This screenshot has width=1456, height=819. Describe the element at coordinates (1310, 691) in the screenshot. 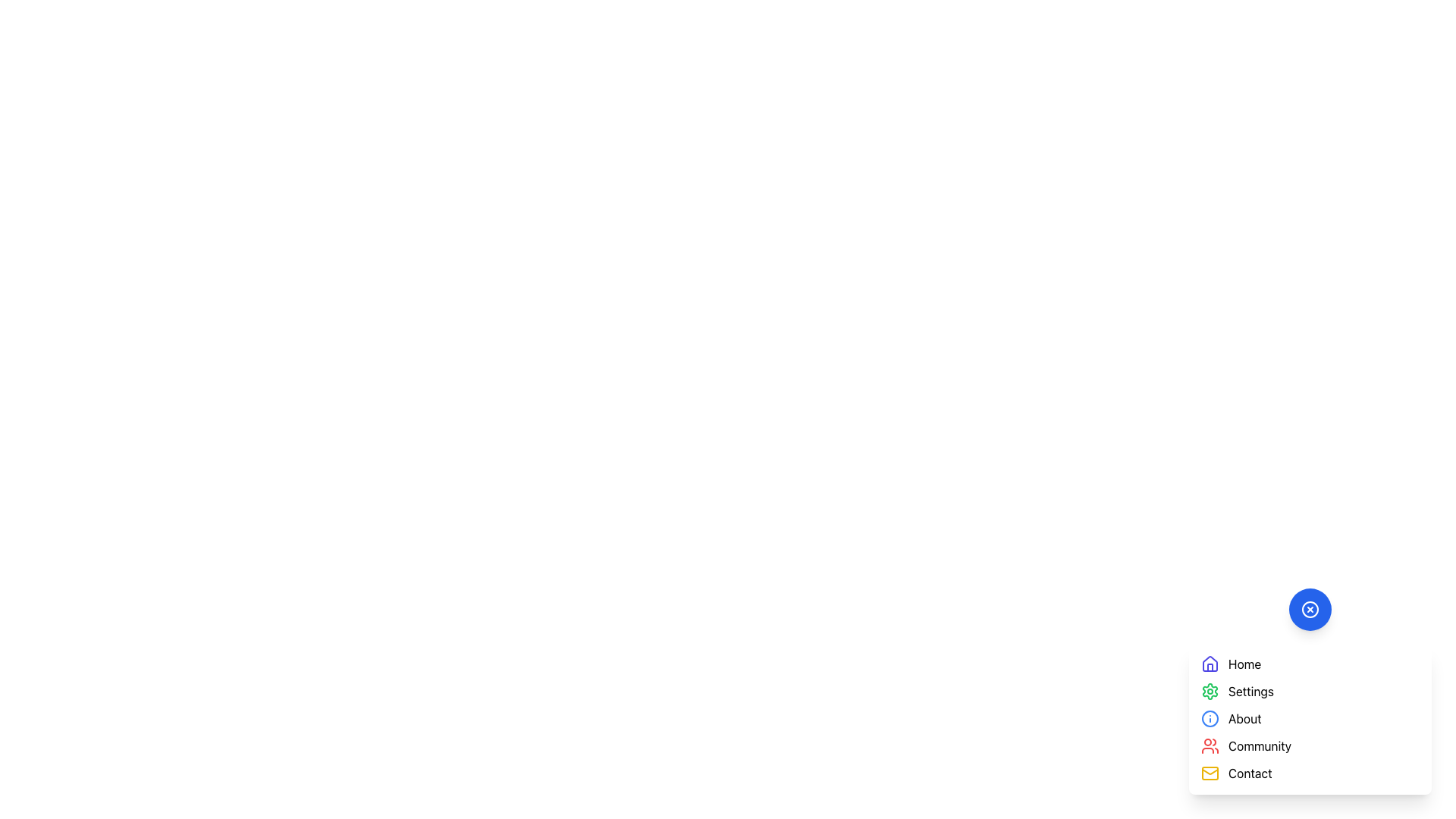

I see `the 'Settings' menu item, which is the second item in the vertical navigation menu` at that location.